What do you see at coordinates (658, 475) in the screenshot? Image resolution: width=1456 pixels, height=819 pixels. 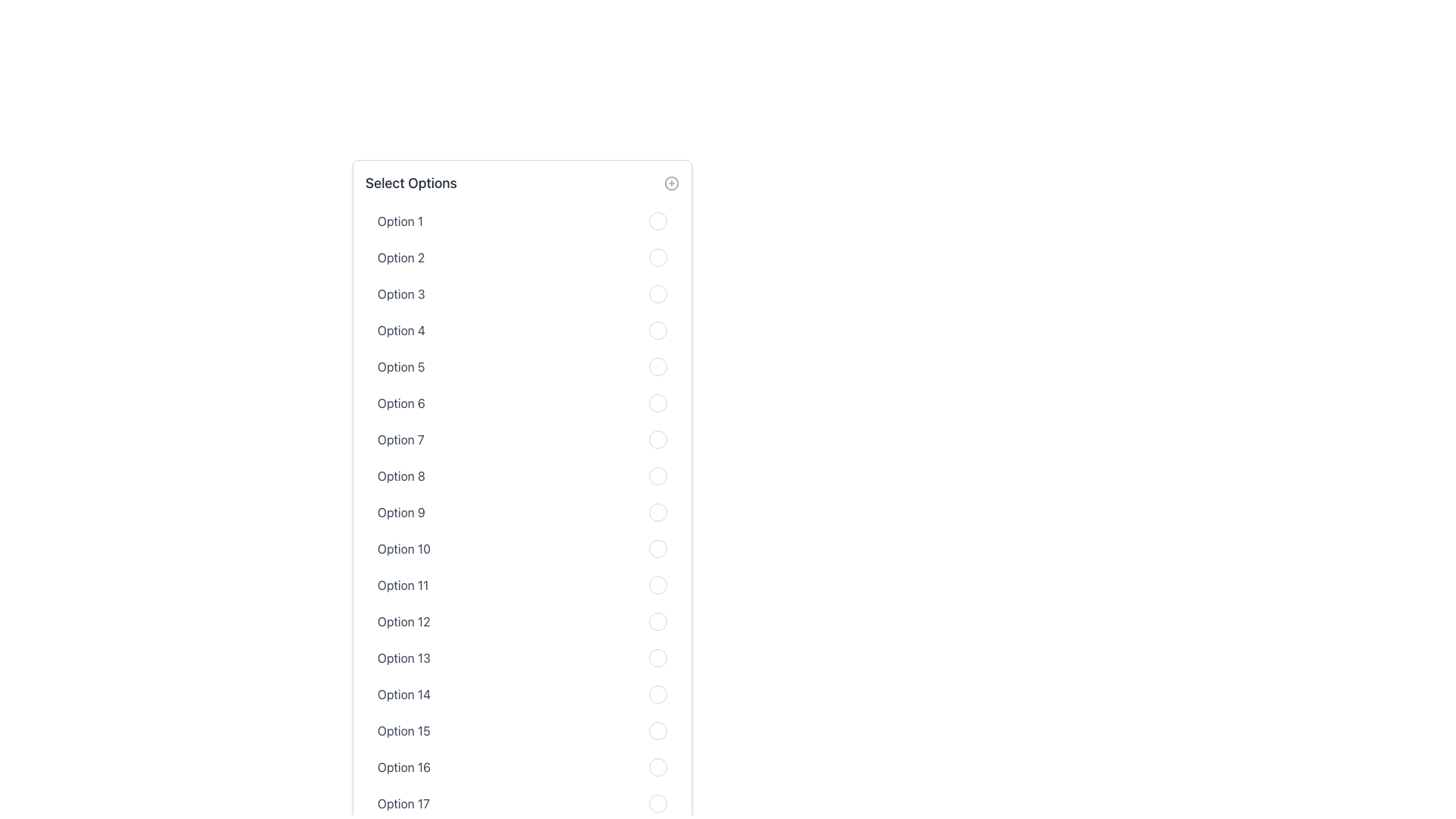 I see `the radio button corresponding to 'Option 8'` at bounding box center [658, 475].